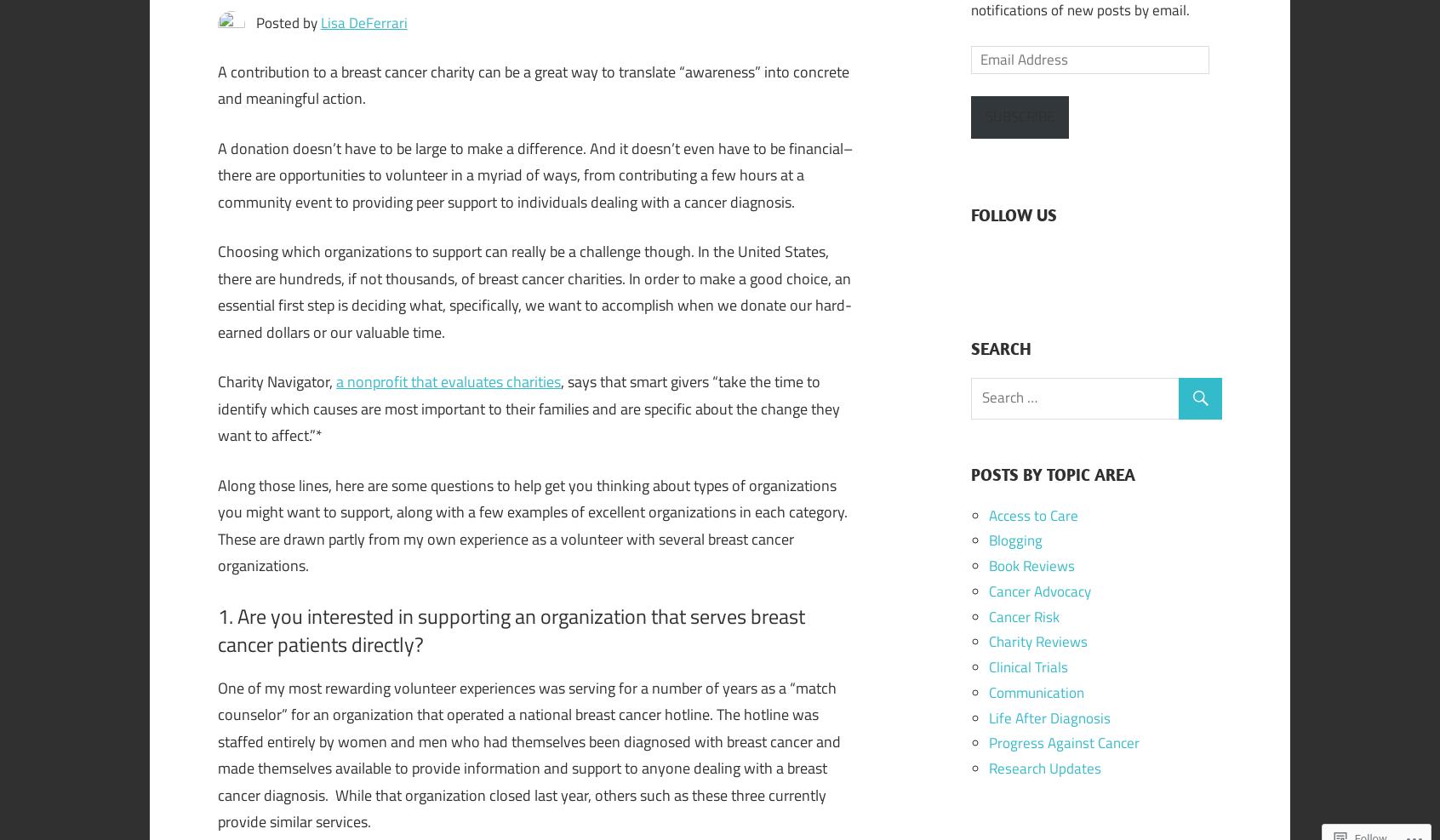 Image resolution: width=1440 pixels, height=840 pixels. What do you see at coordinates (1033, 514) in the screenshot?
I see `'Access to Care'` at bounding box center [1033, 514].